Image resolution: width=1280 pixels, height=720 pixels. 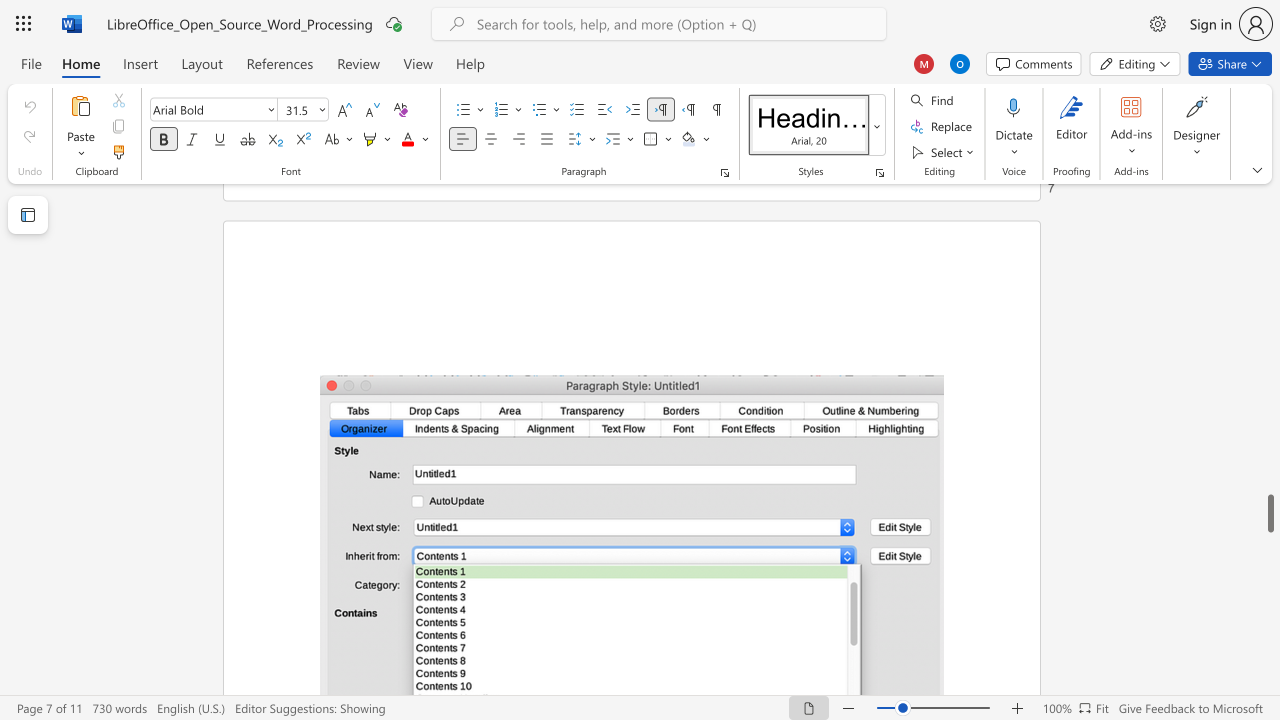 I want to click on the scrollbar on the side, so click(x=1269, y=270).